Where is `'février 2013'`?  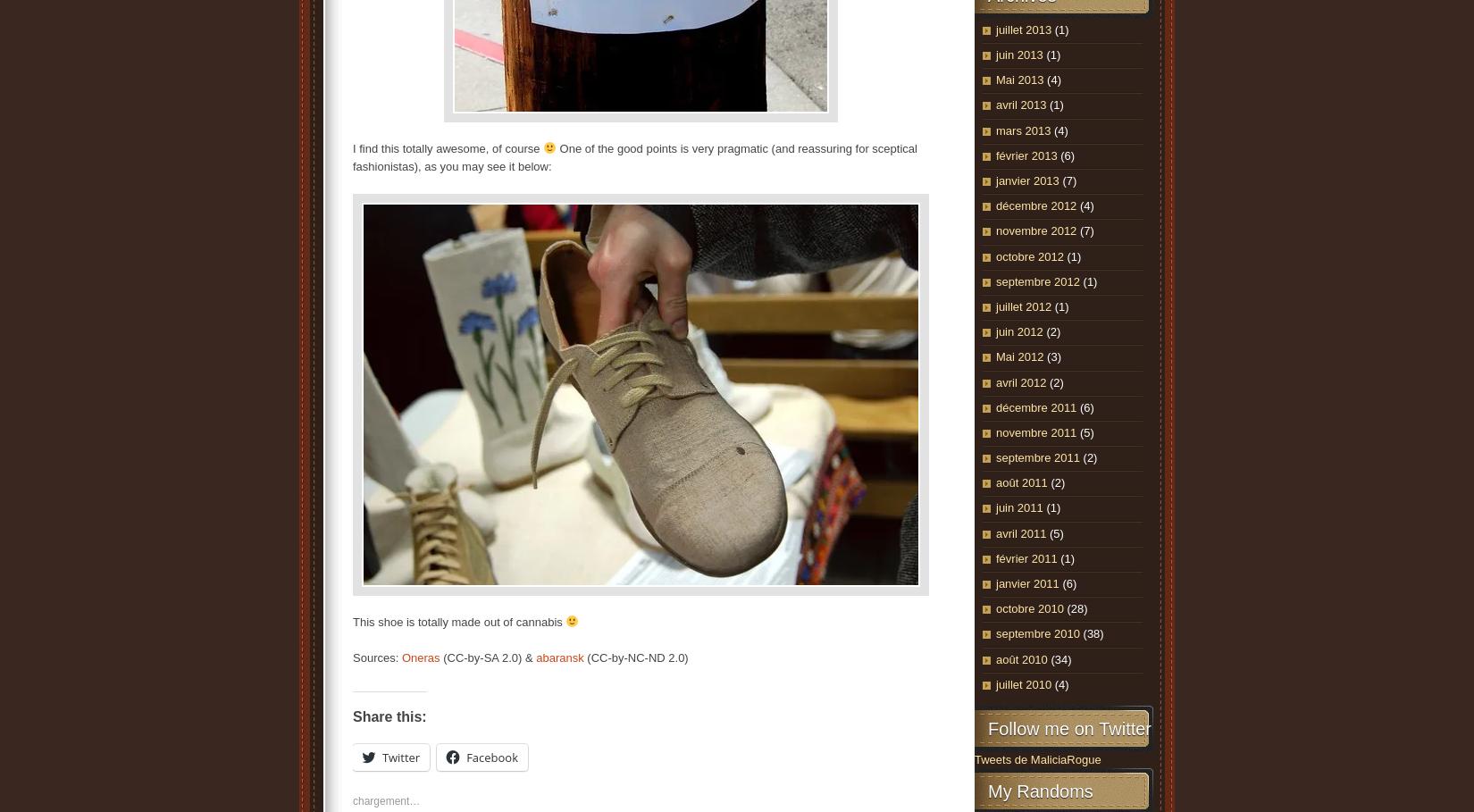 'février 2013' is located at coordinates (996, 154).